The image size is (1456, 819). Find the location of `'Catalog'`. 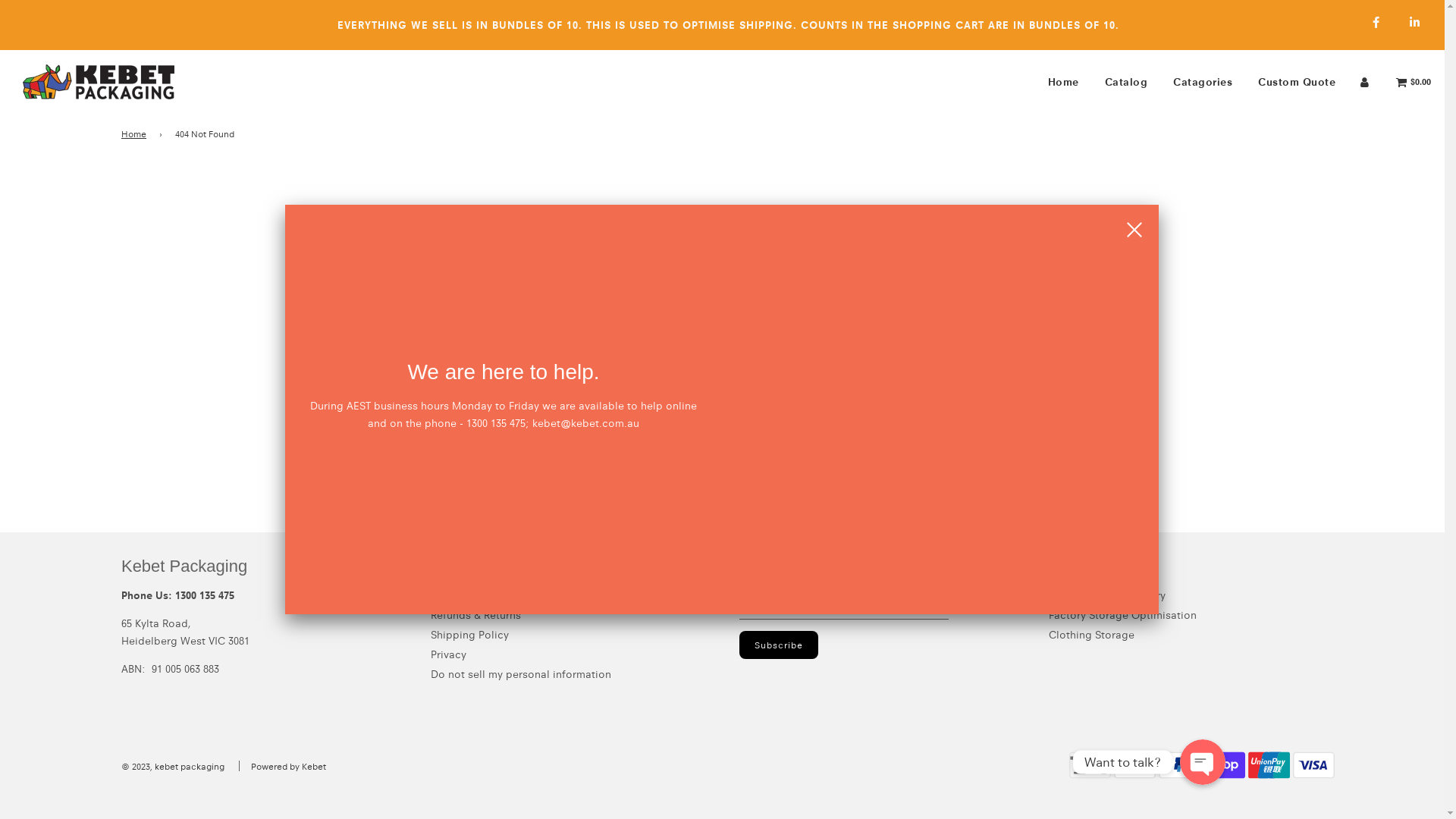

'Catalog' is located at coordinates (1093, 82).